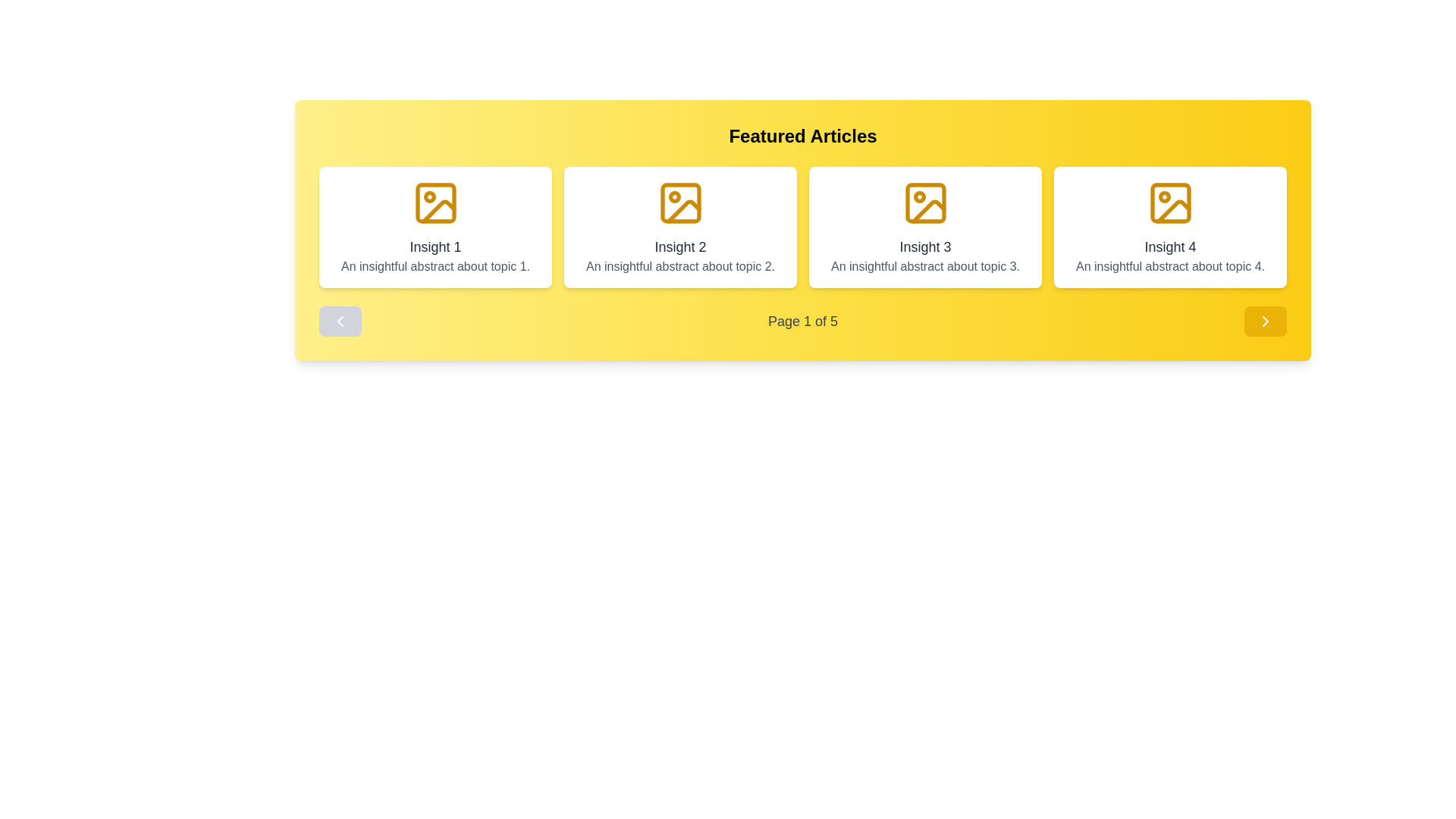  I want to click on text provided by the Text Label located beneath the title 'Insight 3' in the third card from the left in a horizontally-aligned grid of four cards, so click(924, 265).